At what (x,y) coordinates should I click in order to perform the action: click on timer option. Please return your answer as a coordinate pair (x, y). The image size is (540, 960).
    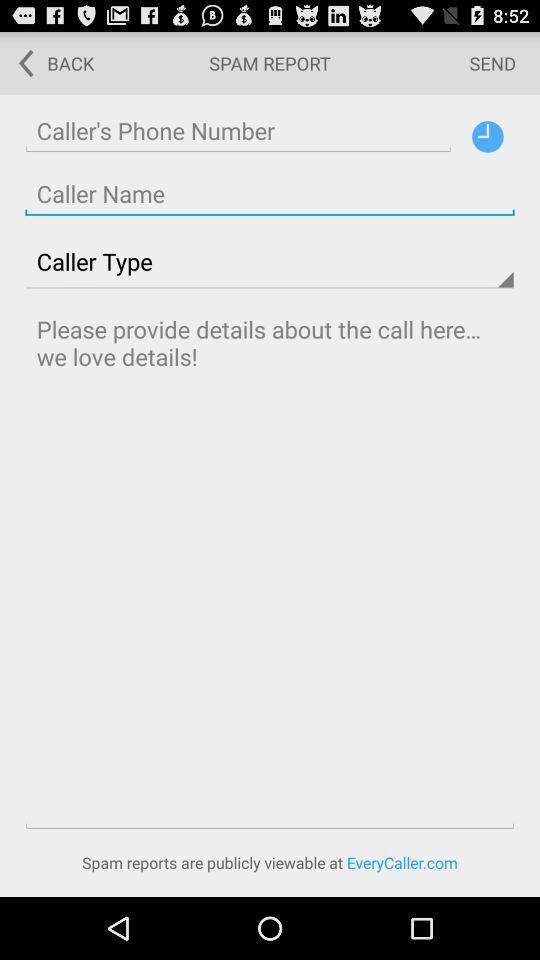
    Looking at the image, I should click on (486, 135).